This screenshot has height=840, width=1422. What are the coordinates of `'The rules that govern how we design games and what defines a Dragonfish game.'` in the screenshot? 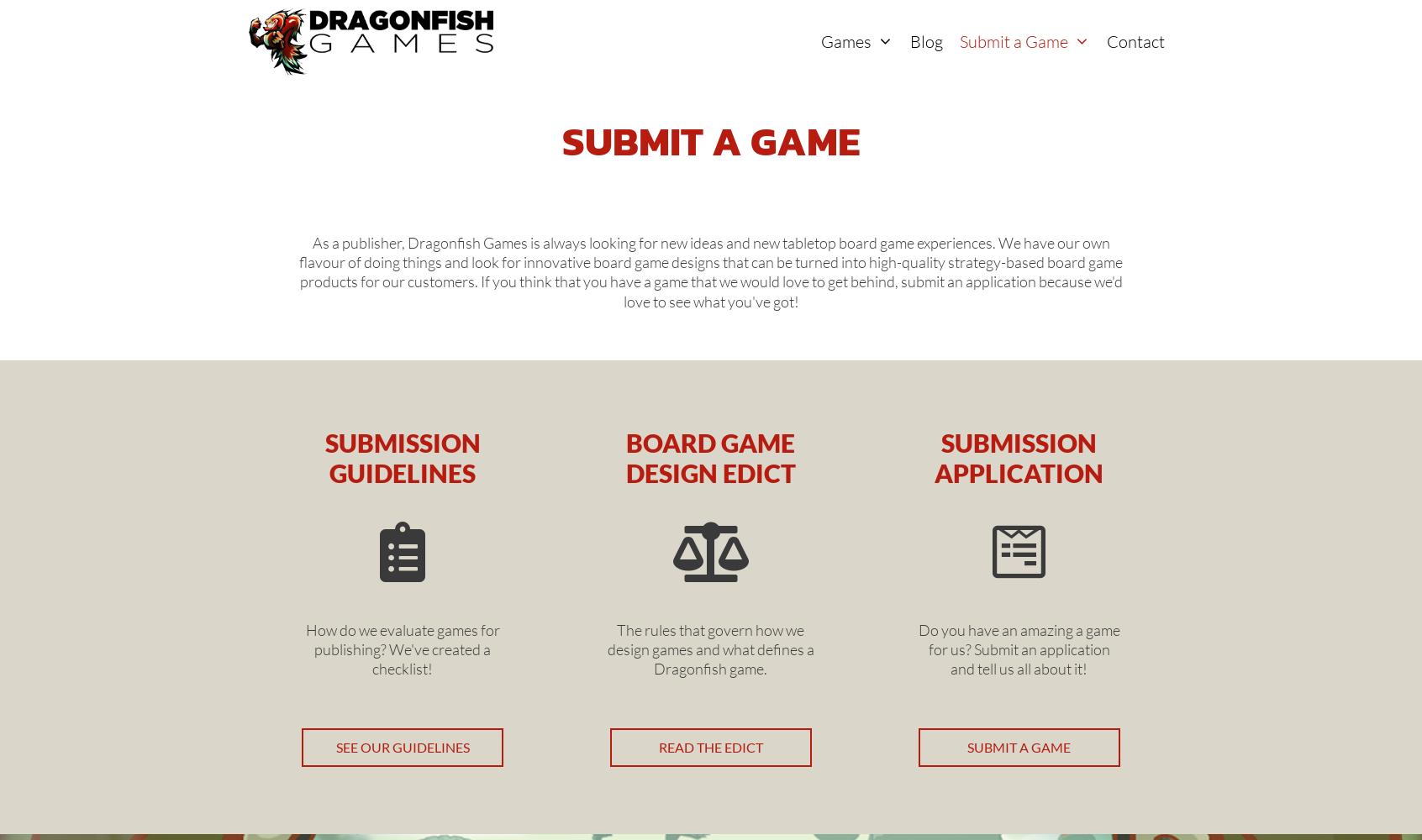 It's located at (709, 648).